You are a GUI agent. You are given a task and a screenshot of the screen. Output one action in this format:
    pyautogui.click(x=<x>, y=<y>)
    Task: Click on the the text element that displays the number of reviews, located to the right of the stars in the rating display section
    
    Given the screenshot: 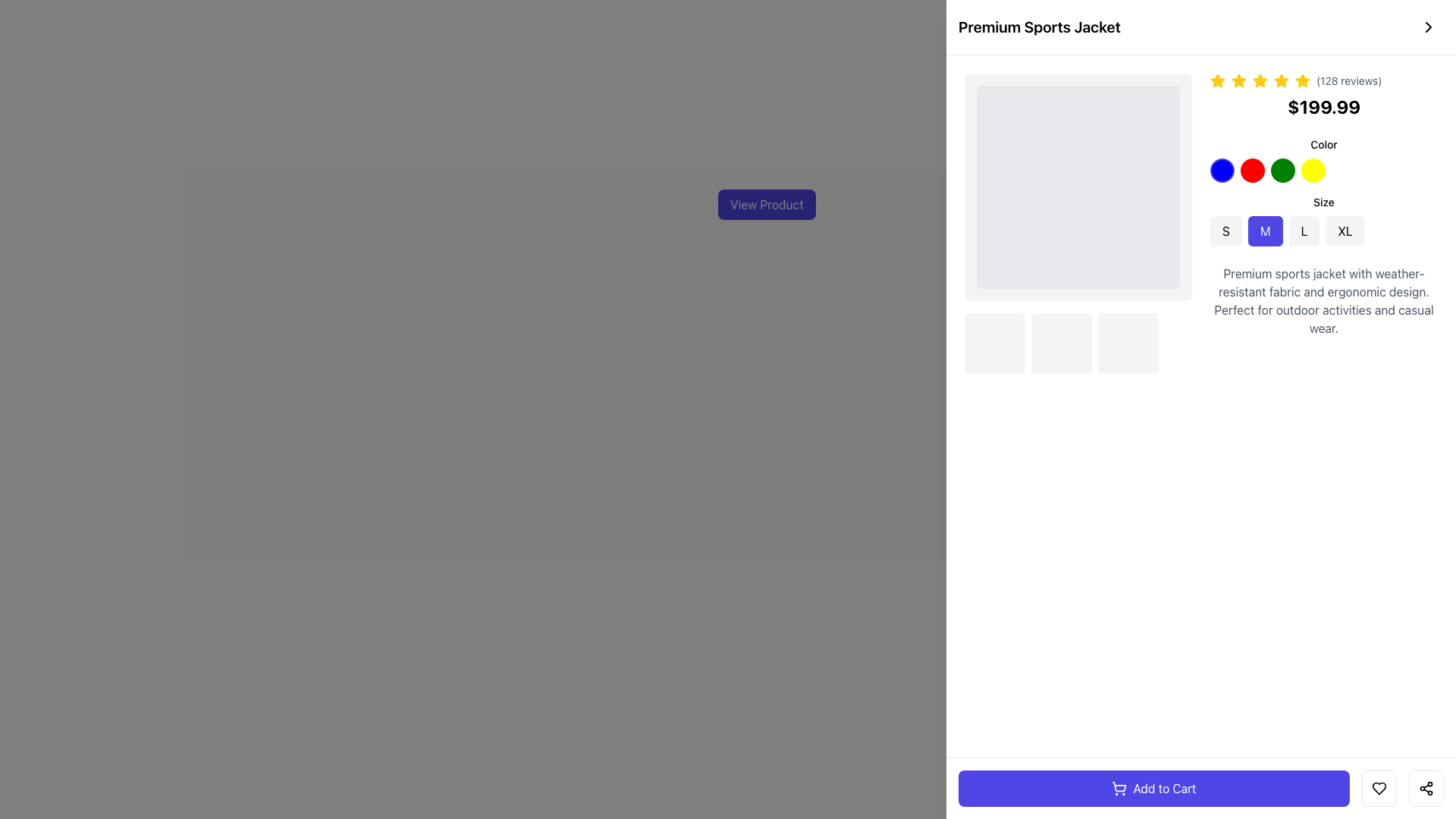 What is the action you would take?
    pyautogui.click(x=1349, y=81)
    